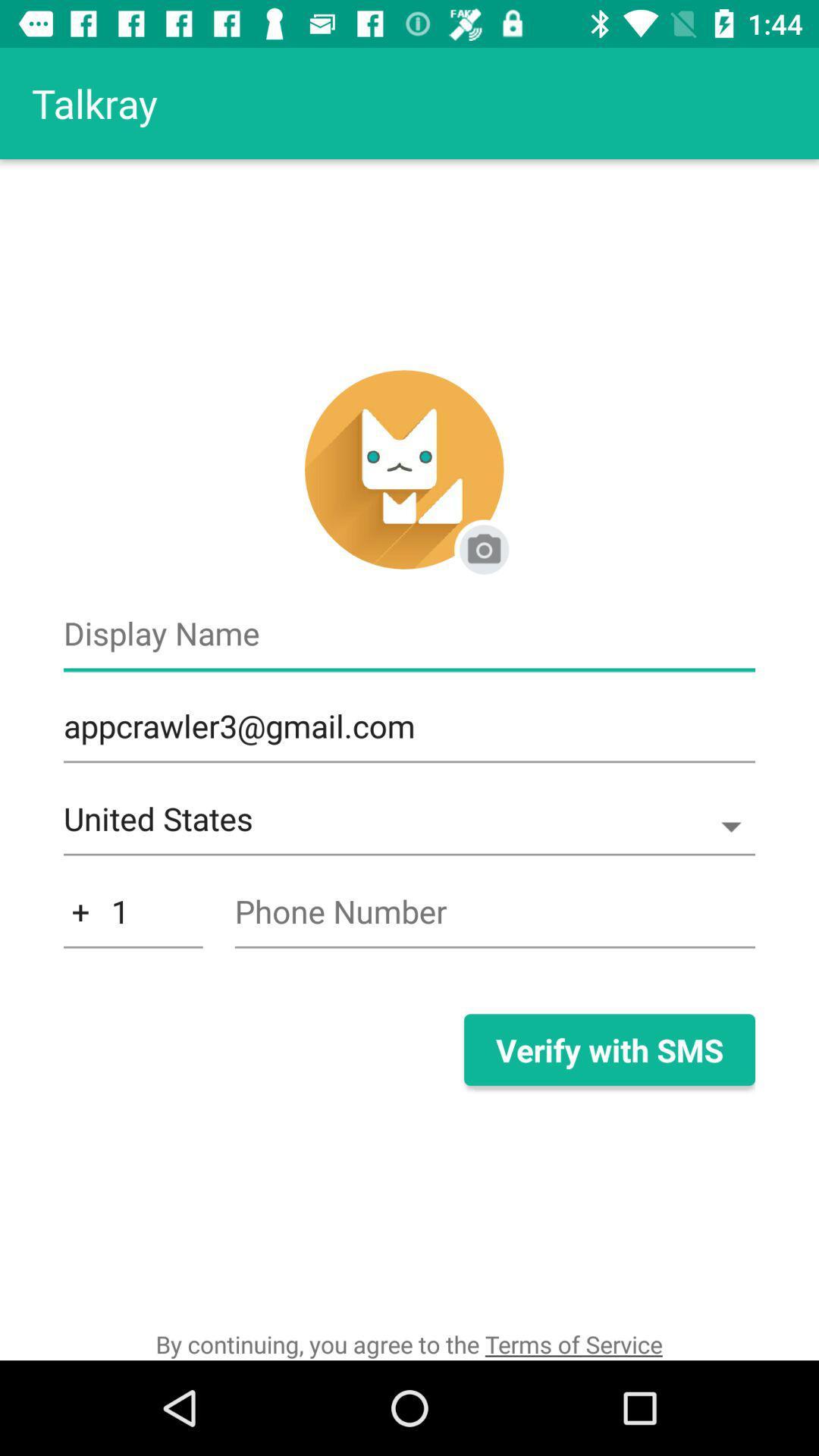  I want to click on item below the verify with sms icon, so click(408, 1344).